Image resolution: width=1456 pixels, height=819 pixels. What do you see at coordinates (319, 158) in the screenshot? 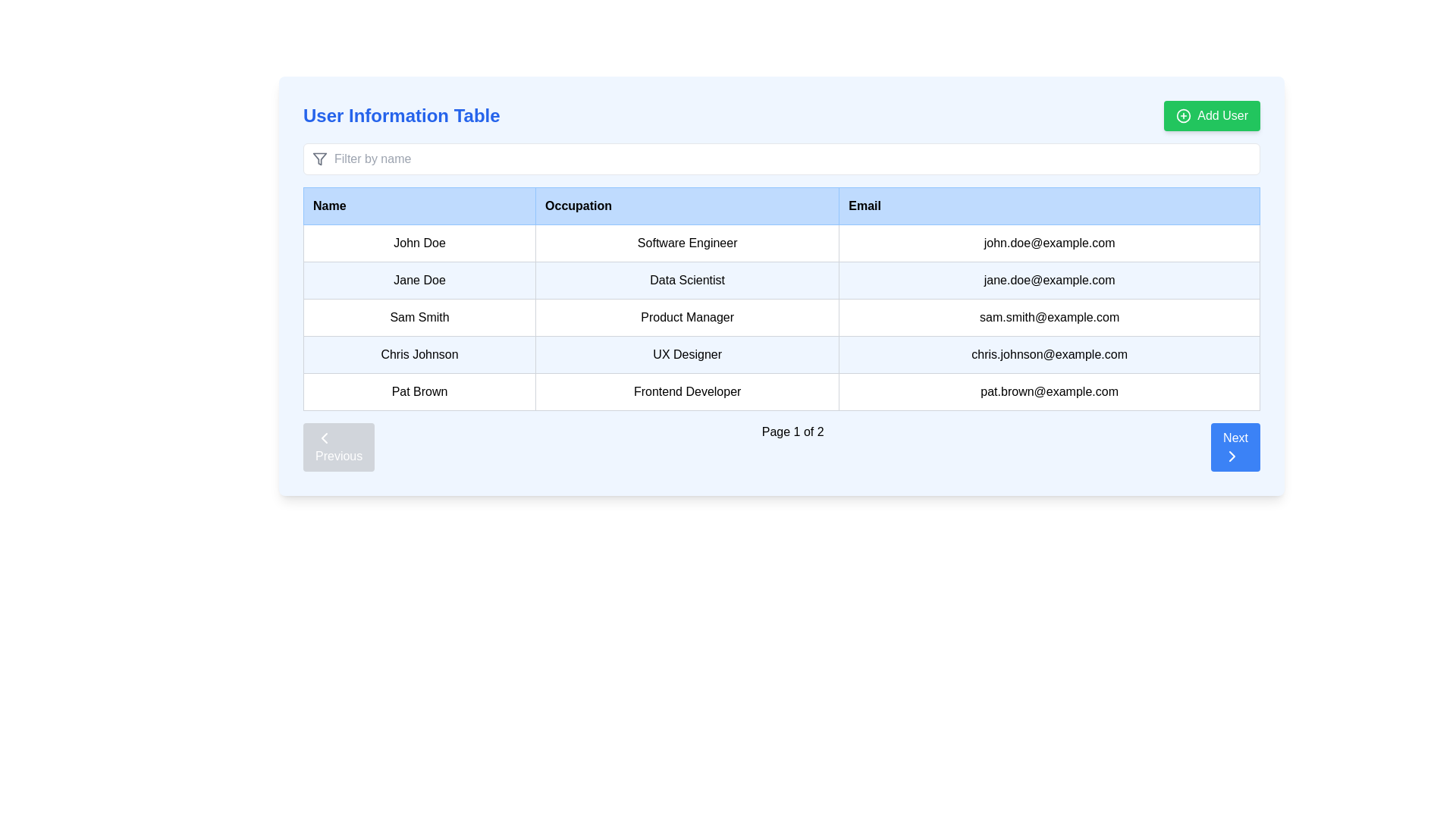
I see `the filter icon located to the left of the 'Filter by name' input box` at bounding box center [319, 158].